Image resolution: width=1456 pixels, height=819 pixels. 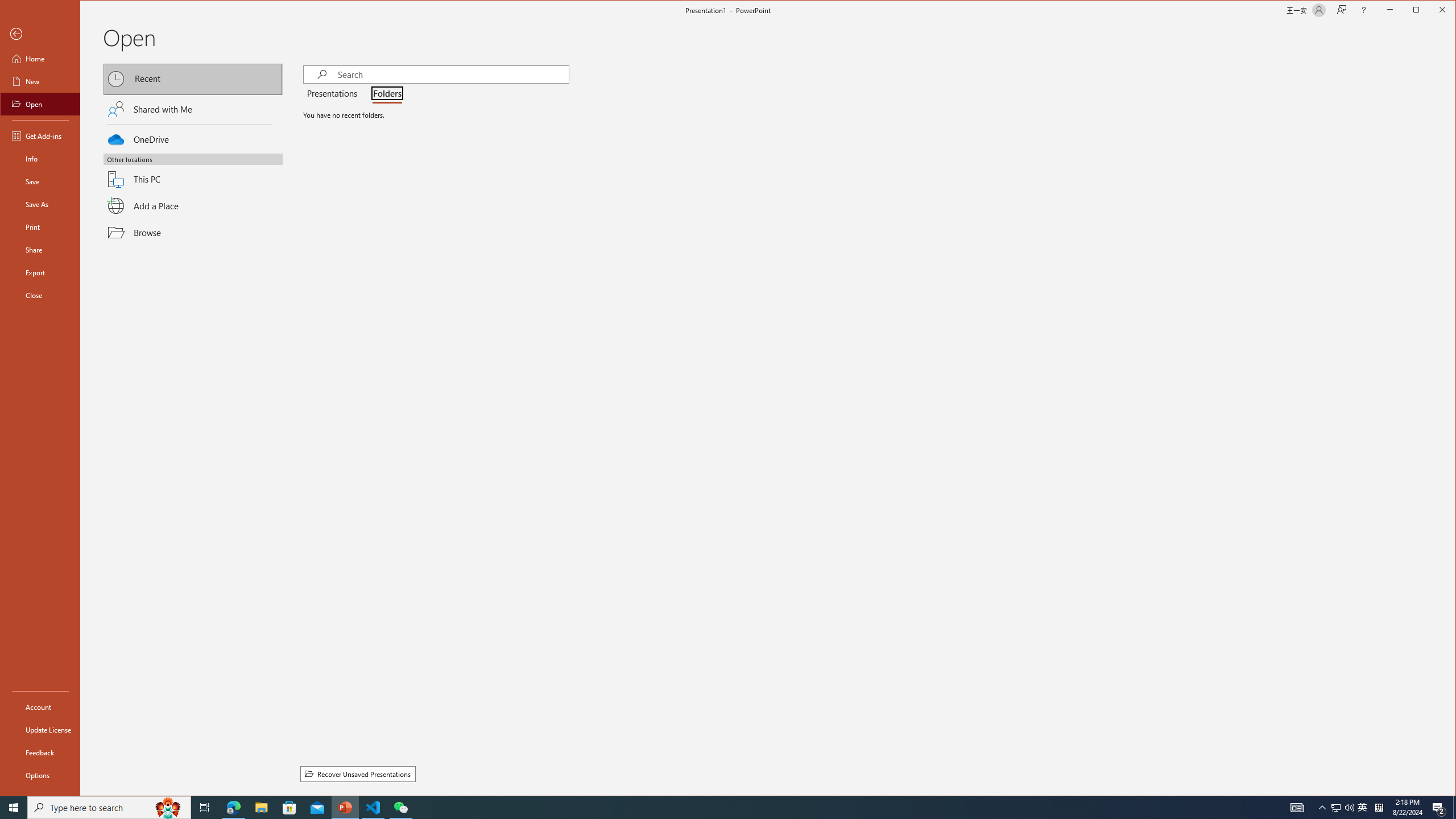 I want to click on 'Add a Place', so click(x=193, y=205).